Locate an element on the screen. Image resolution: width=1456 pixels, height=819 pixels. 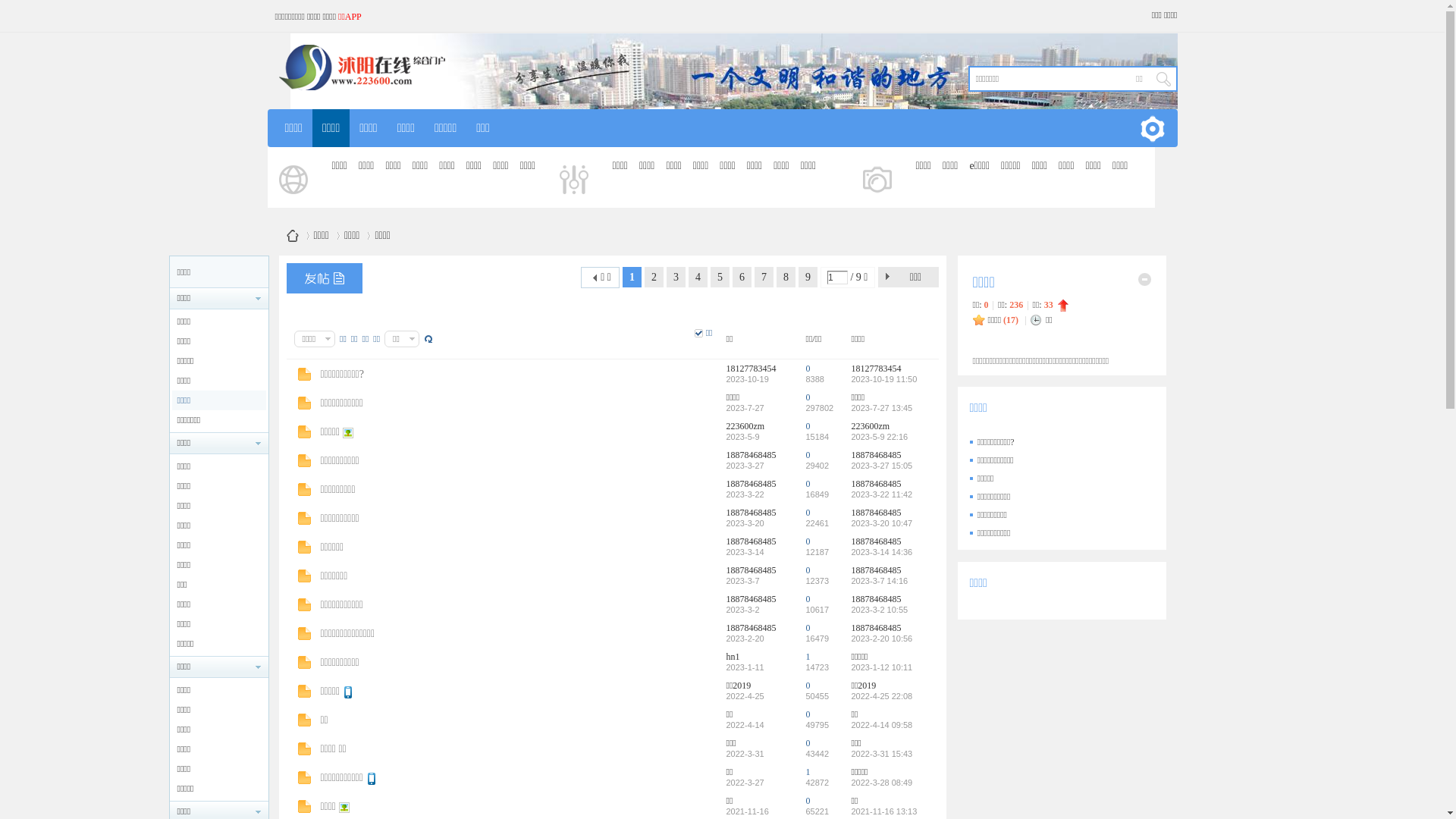
'7' is located at coordinates (764, 277).